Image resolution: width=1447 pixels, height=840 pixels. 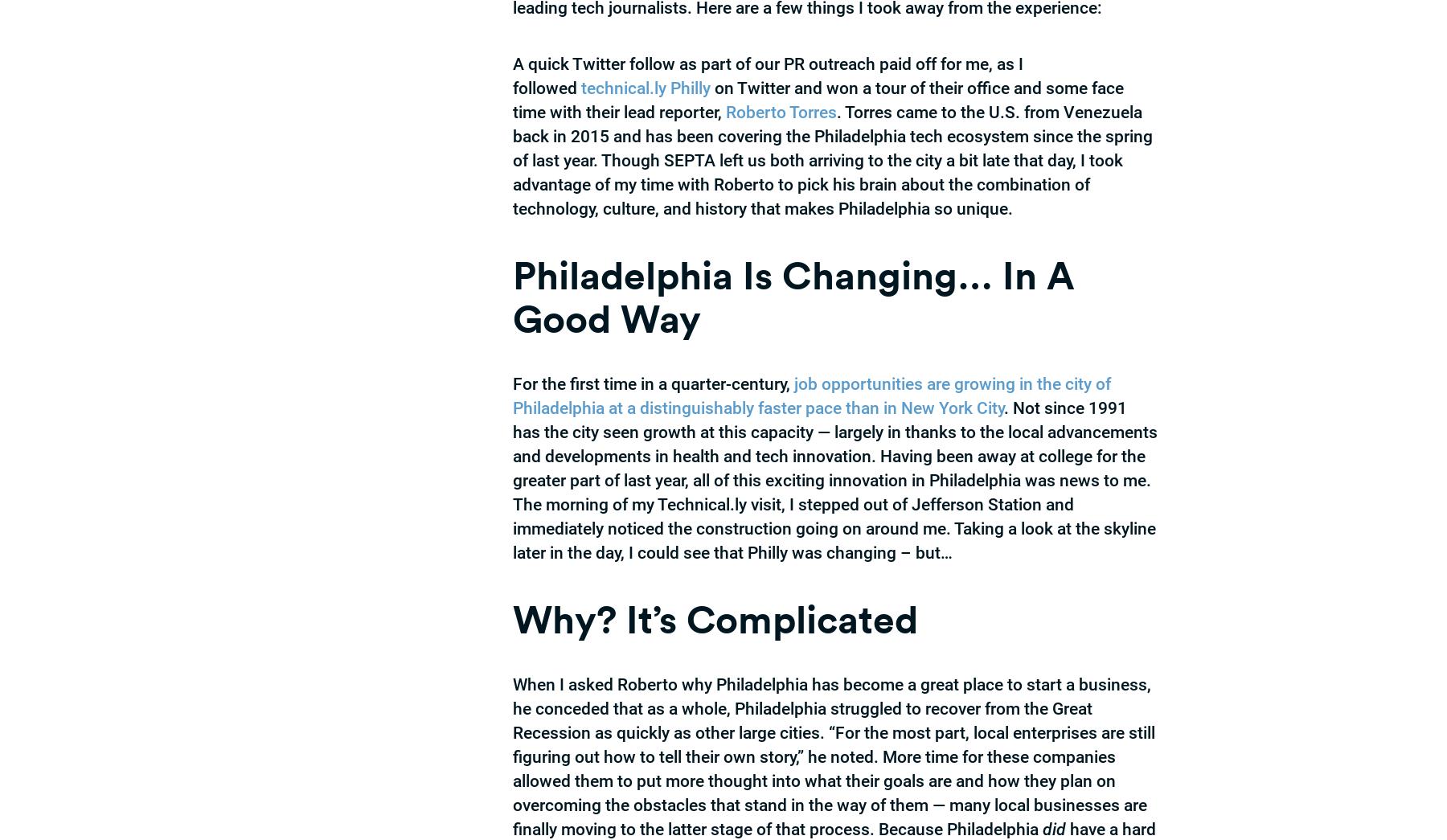 I want to click on '. Torres came to the U.S. from Venezuela back in 2015 and has been covering the Philadelphia tech ecosystem since the spring of last year. Though SEPTA left us both arriving to the city a bit late that day, I took advantage of my time with Roberto to pick his brain about the combination of technology, culture, and history that makes Philadelphia so unique.', so click(x=833, y=161).